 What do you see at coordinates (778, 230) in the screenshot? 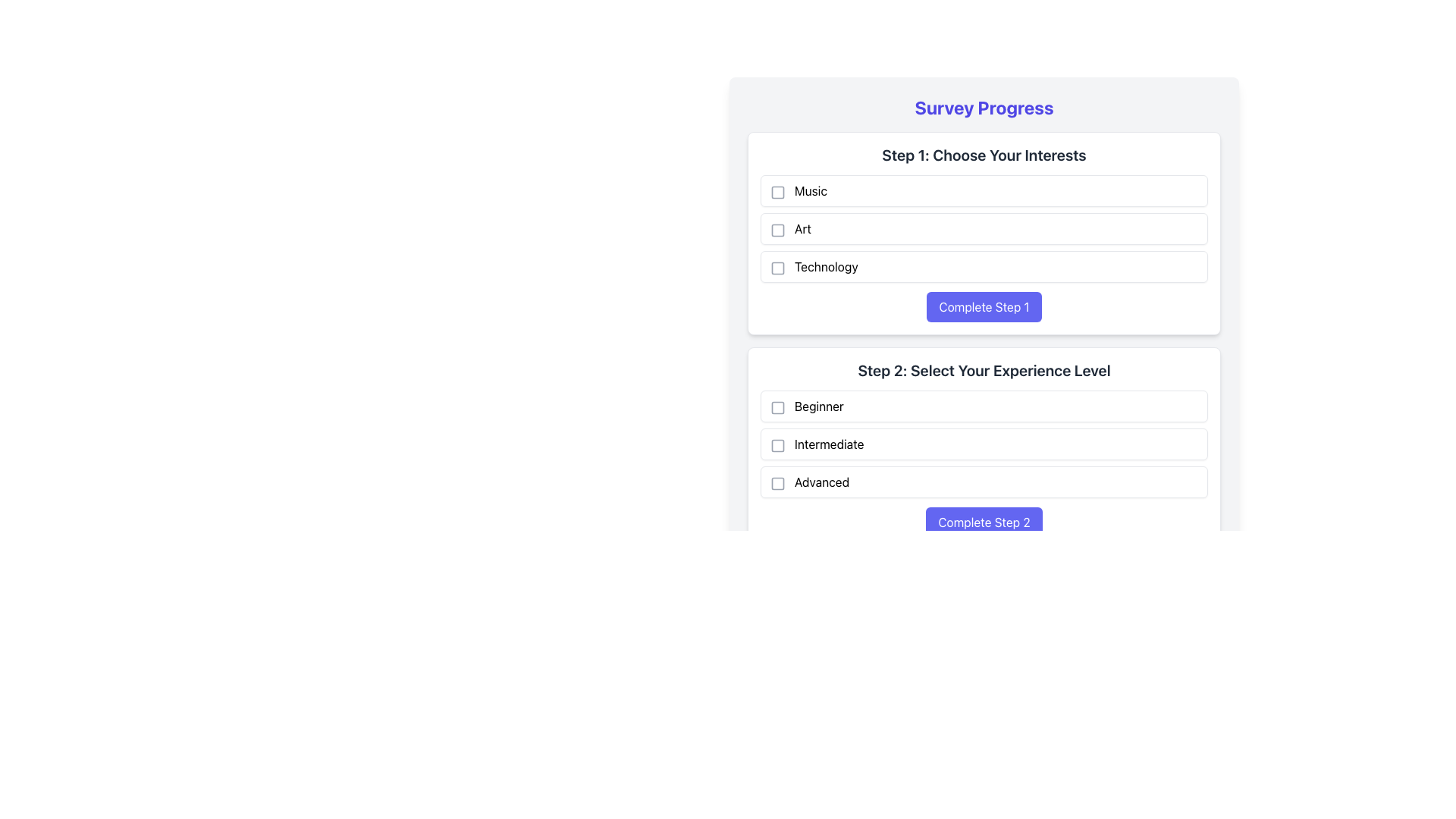
I see `the surrounding checkbox component of the rounded rectangle checkbox associated with the 'Art' option in the list titled 'Step 1: Choose Your Interests'` at bounding box center [778, 230].